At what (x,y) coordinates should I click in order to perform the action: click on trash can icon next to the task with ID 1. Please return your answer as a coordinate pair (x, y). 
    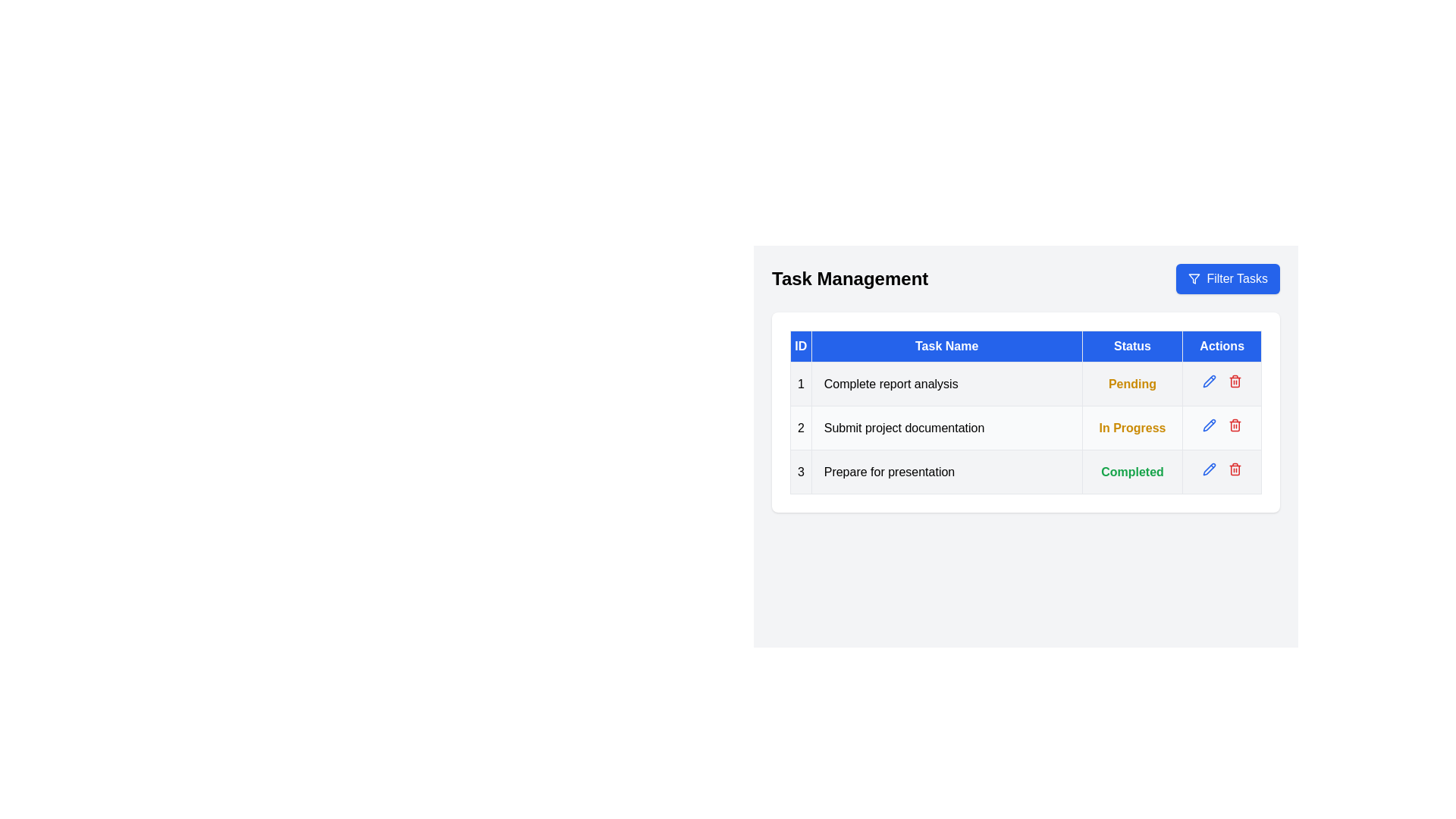
    Looking at the image, I should click on (1235, 380).